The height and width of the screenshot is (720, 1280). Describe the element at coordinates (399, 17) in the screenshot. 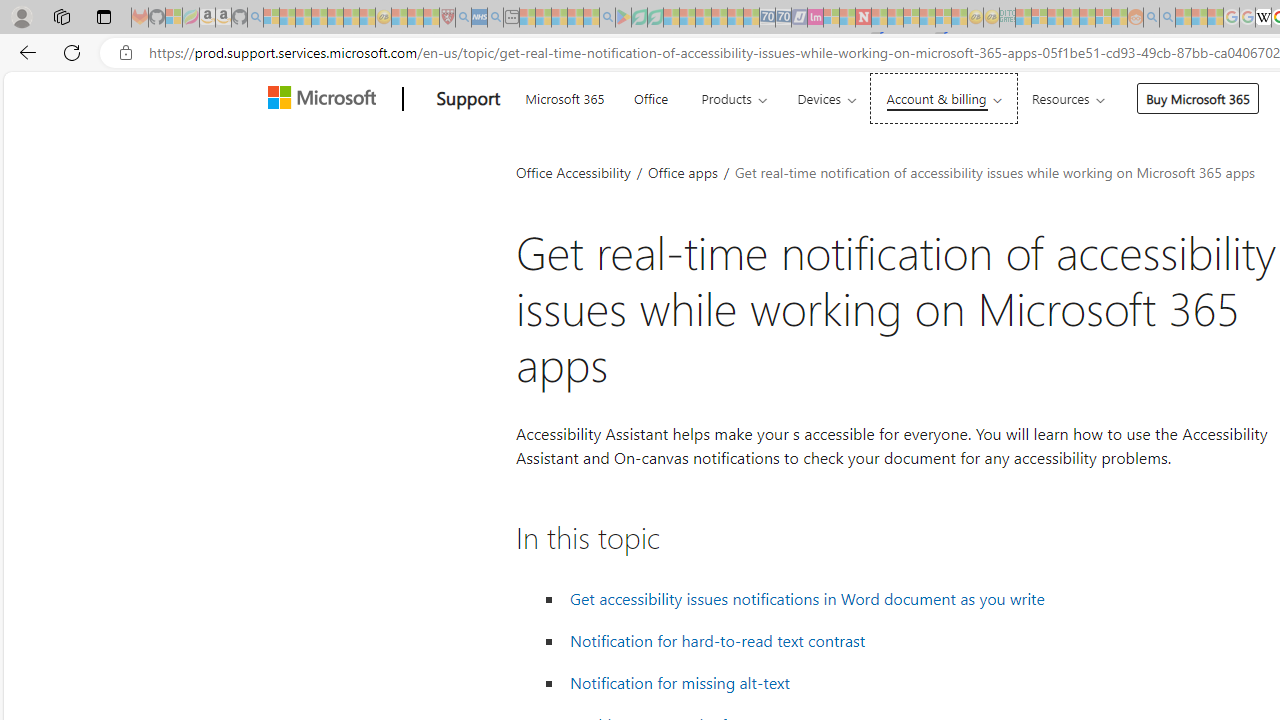

I see `'Recipes - MSN - Sleeping'` at that location.